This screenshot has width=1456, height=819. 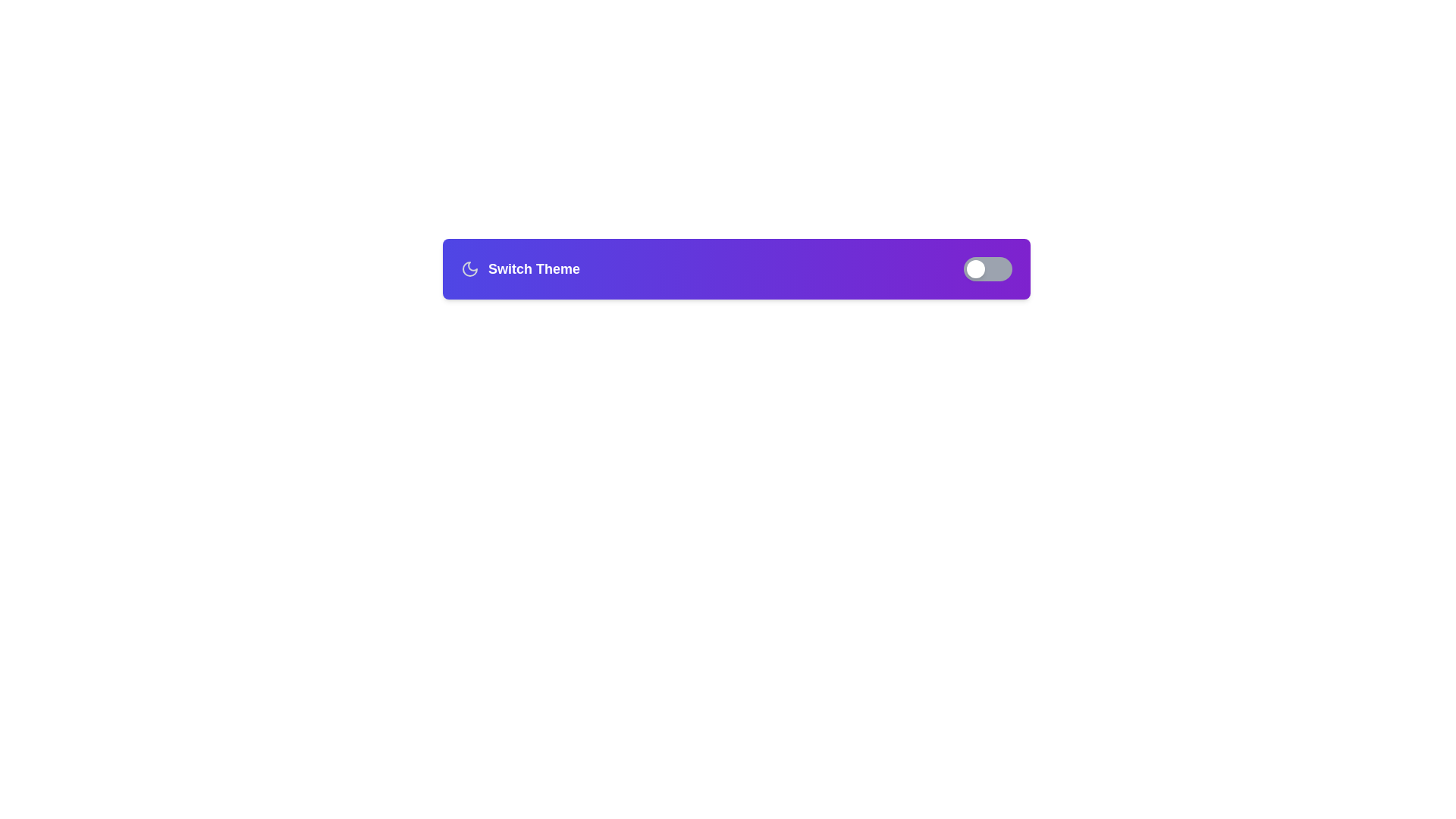 I want to click on the 'Switch Theme' label with a moon icon, which is styled with a bold font and has a gradient background transitioning from indigo to purple, so click(x=520, y=268).